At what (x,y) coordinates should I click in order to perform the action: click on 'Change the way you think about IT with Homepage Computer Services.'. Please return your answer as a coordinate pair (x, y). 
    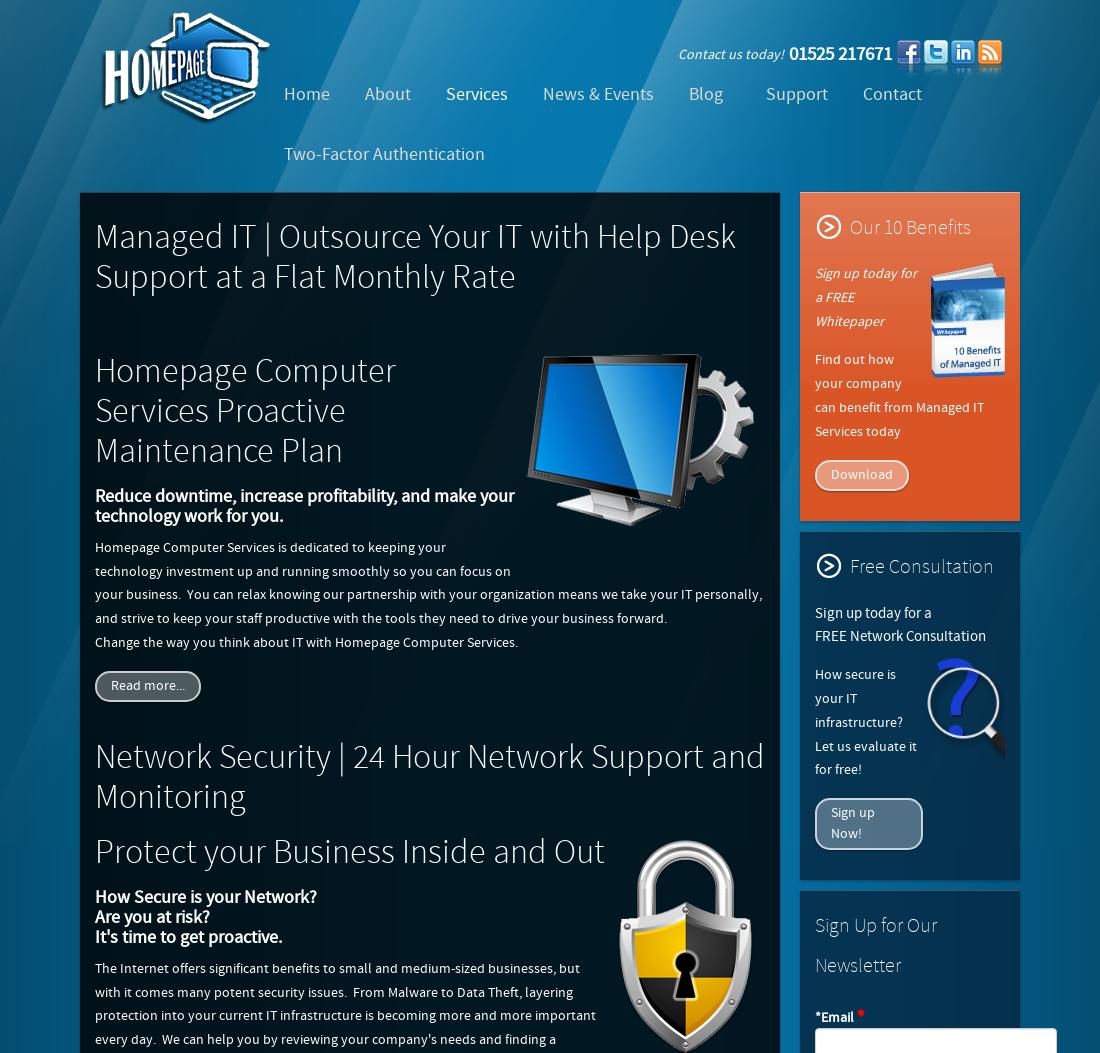
    Looking at the image, I should click on (305, 641).